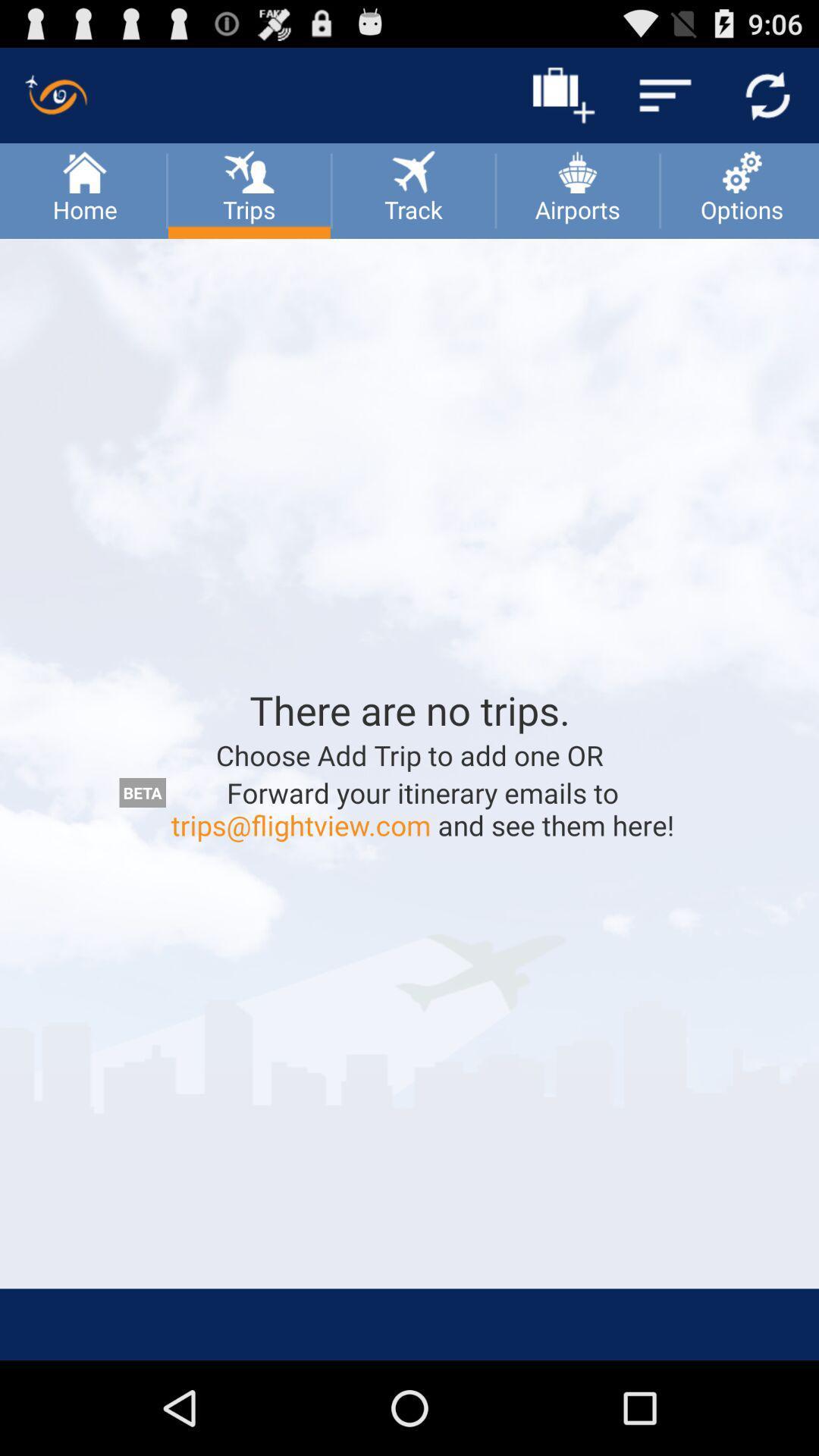  Describe the element at coordinates (248, 170) in the screenshot. I see `the icon next  to home` at that location.